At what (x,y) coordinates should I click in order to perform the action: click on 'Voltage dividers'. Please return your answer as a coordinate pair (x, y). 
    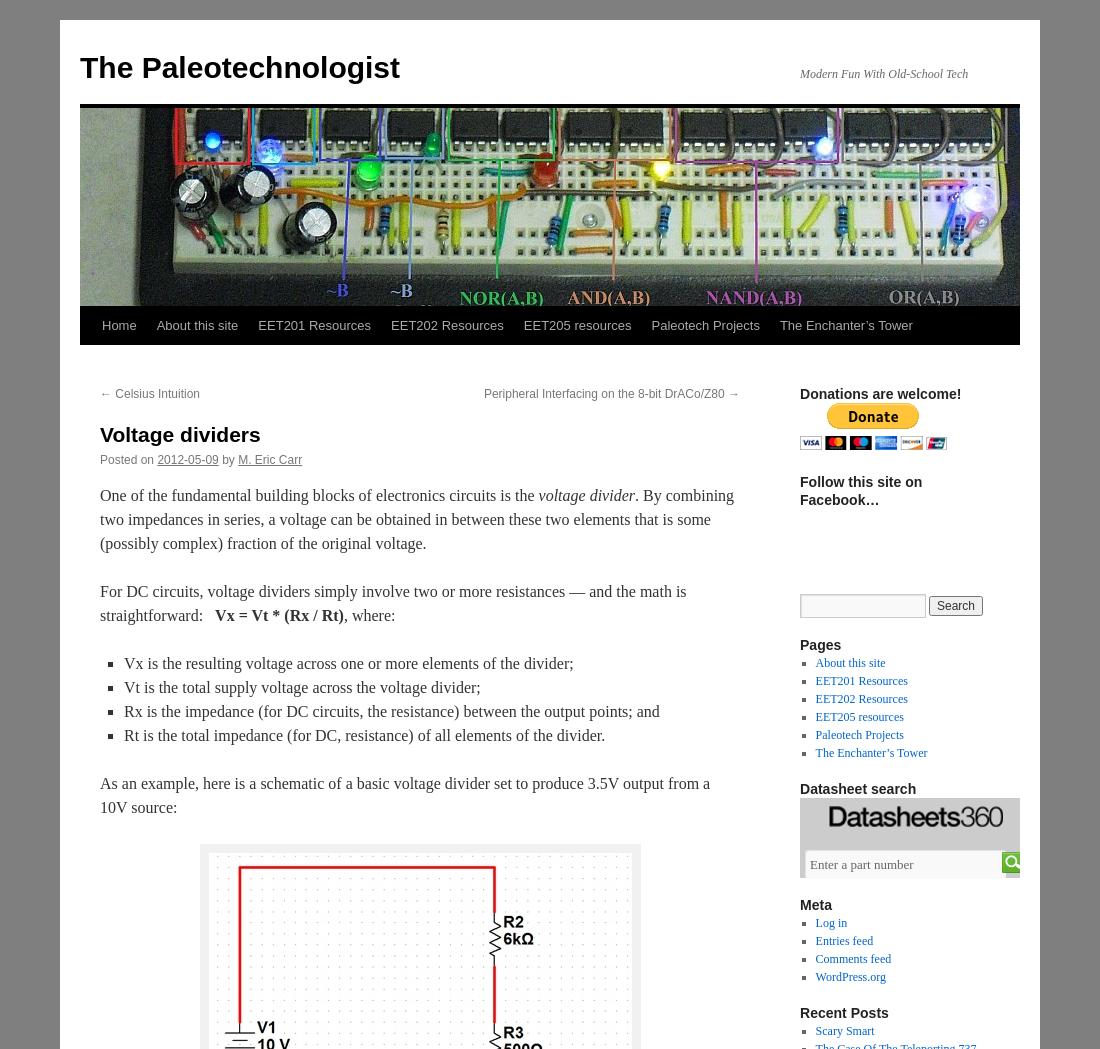
    Looking at the image, I should click on (178, 433).